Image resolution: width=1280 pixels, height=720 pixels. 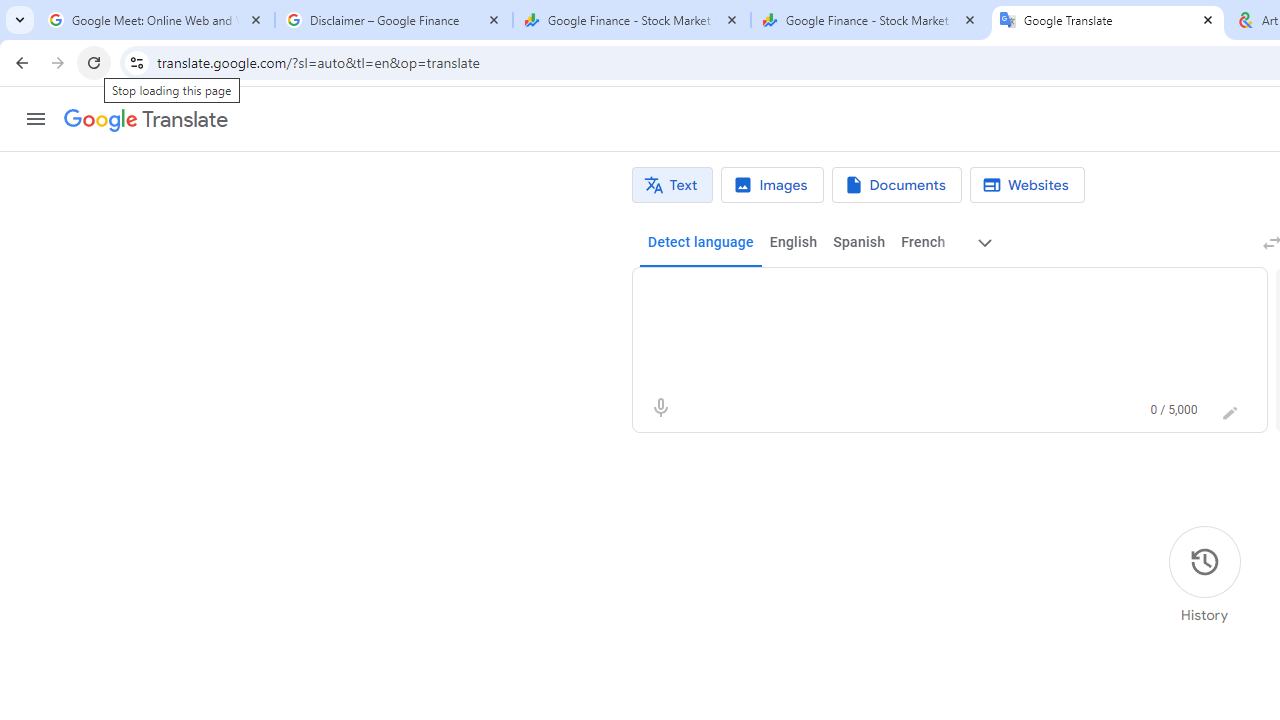 What do you see at coordinates (858, 242) in the screenshot?
I see `'Spanish'` at bounding box center [858, 242].